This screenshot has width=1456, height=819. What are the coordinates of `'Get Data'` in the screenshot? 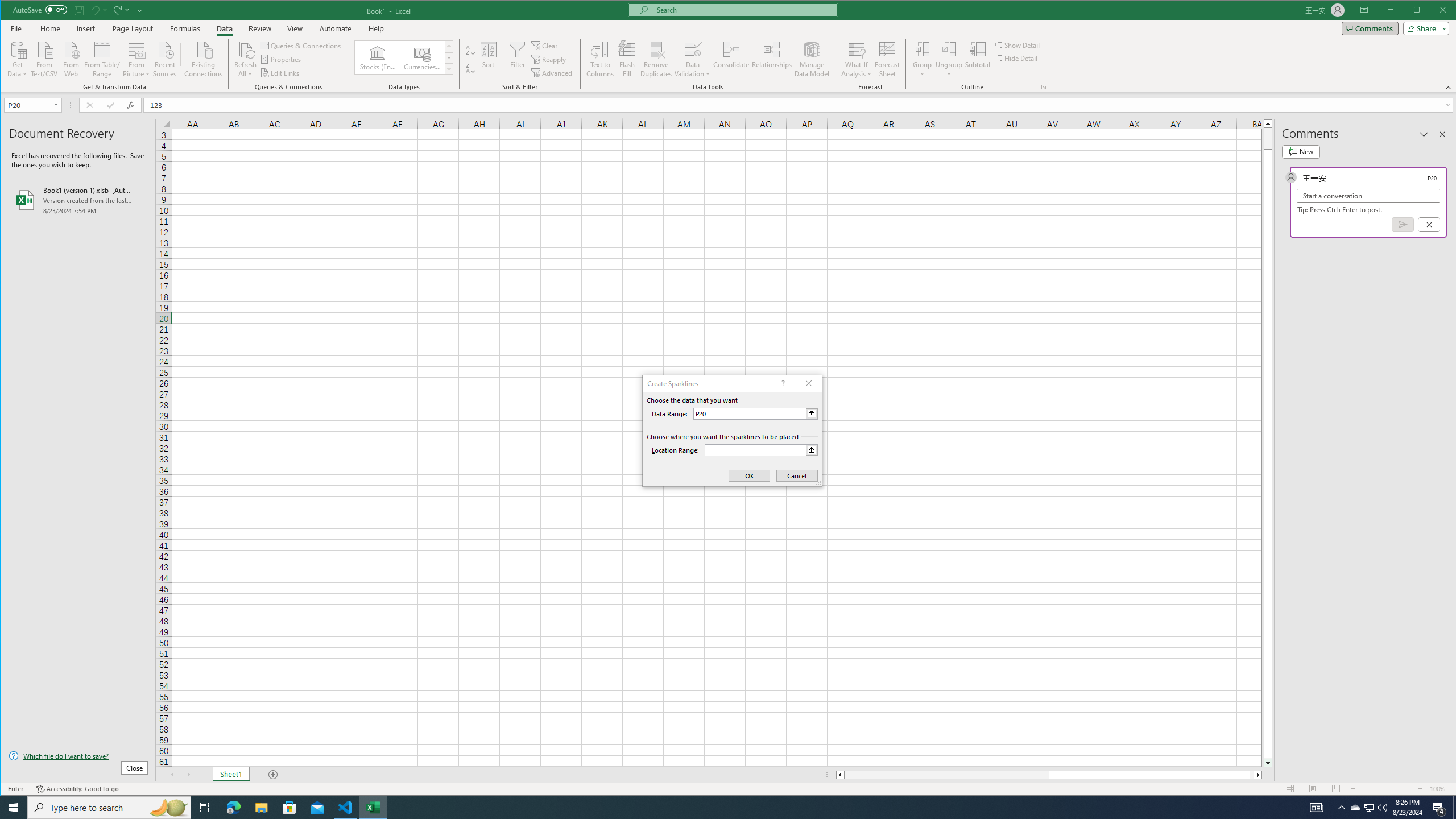 It's located at (16, 58).